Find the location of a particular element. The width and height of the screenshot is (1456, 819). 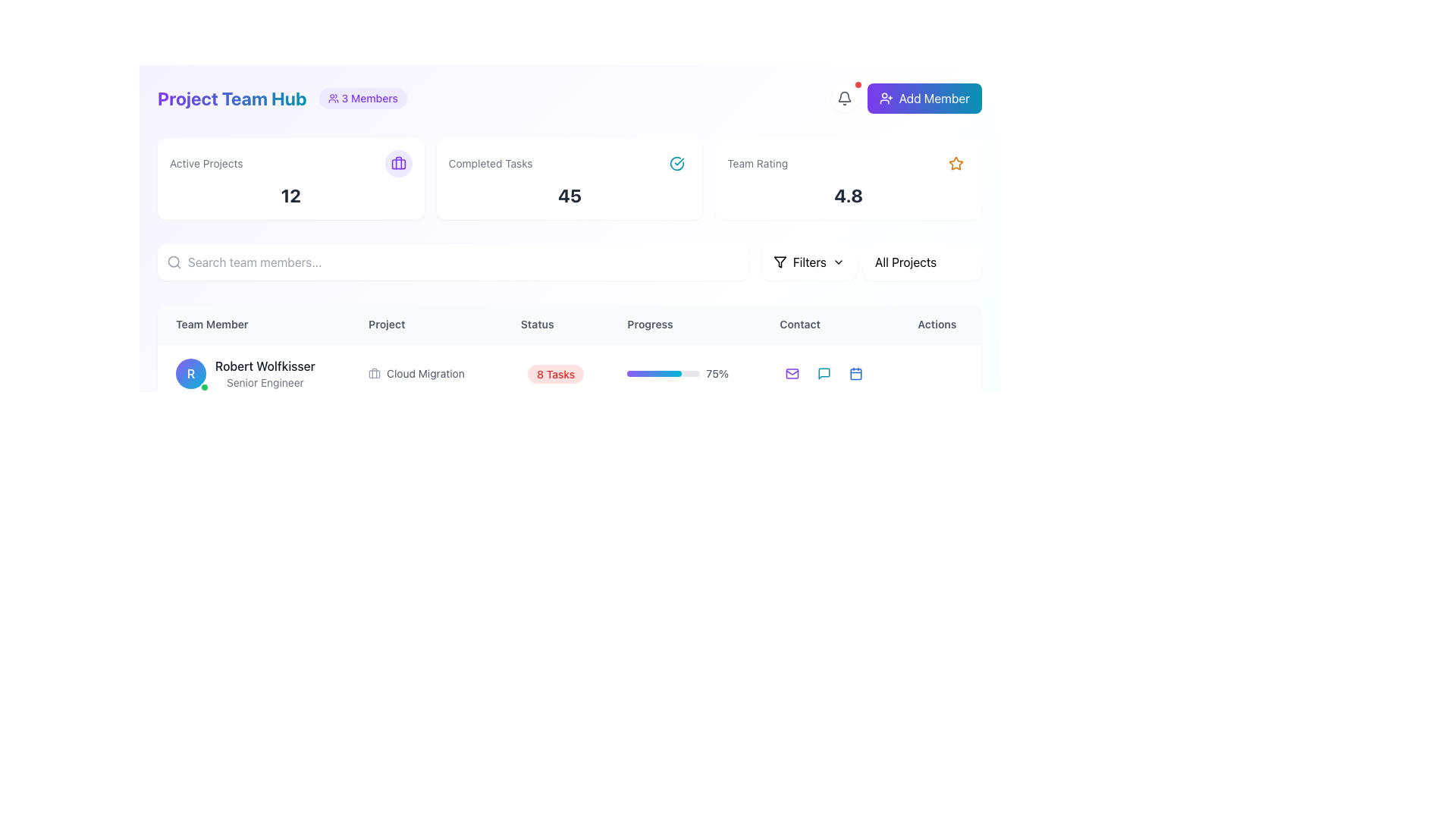

the progress visually on the horizontal progress bar that indicates 90% completion, located below the header of the page in the 'Progress' column is located at coordinates (684, 488).